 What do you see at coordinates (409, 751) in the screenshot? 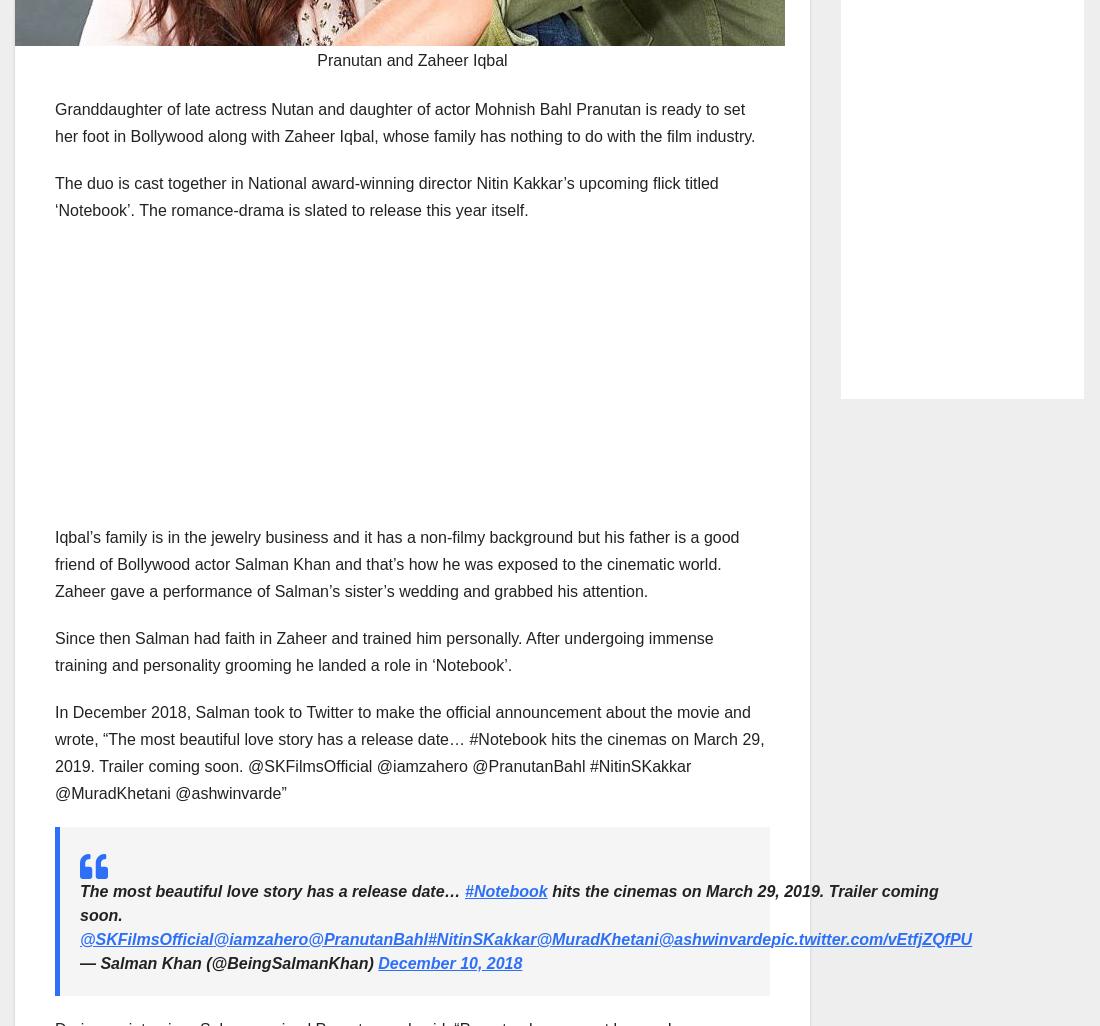
I see `'In December 2018, Salman took to Twitter to make the official announcement about the movie and wrote, “The most beautiful love story has a release date… #Notebook hits the cinemas on March 29, 2019. Trailer coming soon. @SKFilmsOfficial @iamzahero @PranutanBahl #NitinSKakkar @MuradKhetani @ashwinvarde”'` at bounding box center [409, 751].